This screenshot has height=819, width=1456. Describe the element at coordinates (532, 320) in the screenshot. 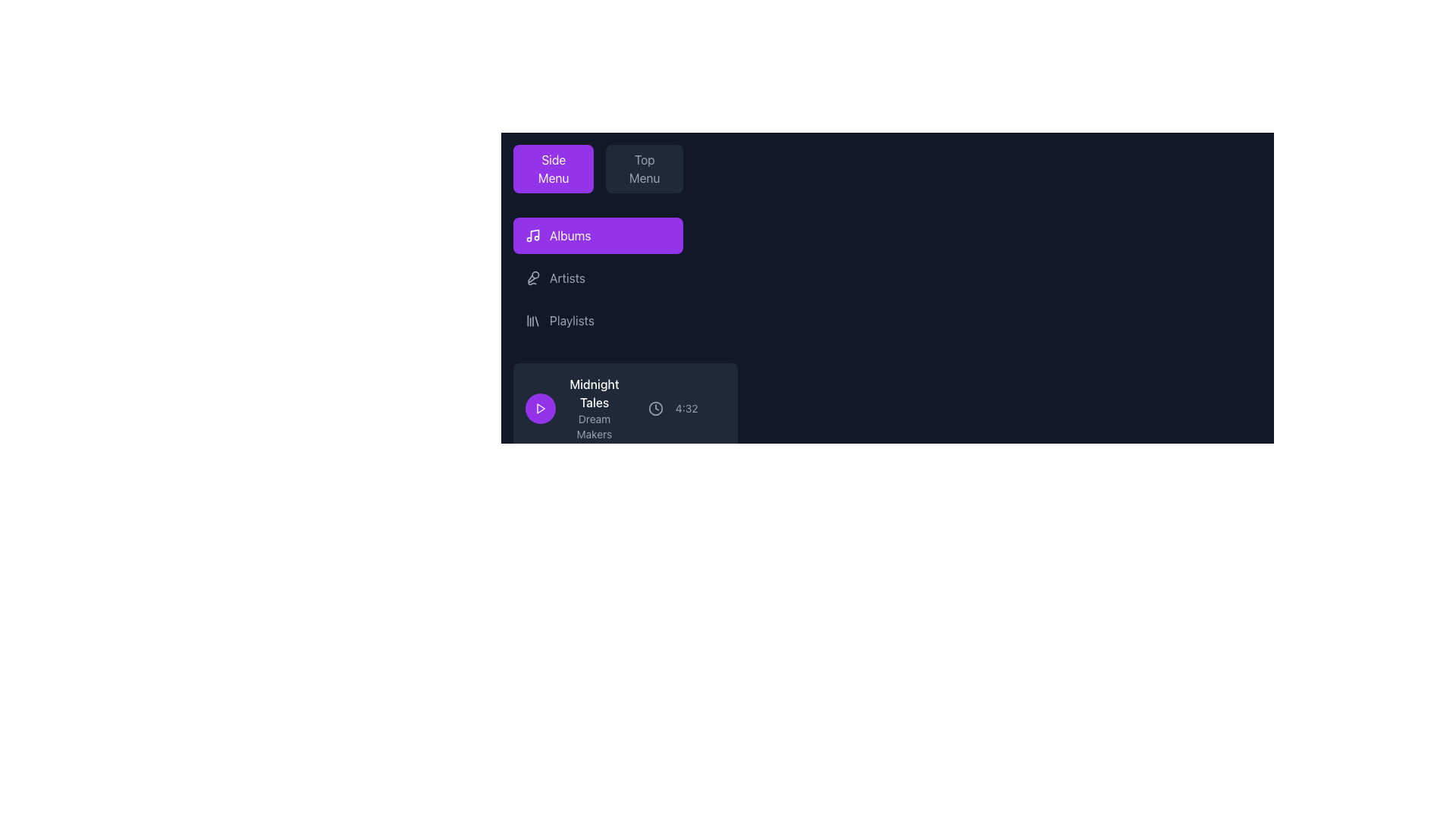

I see `symbolic information of the vertically aligned icon resembling books or stacked lines, which is adjacent to the 'Playlists' text in the sidebar navigation` at that location.